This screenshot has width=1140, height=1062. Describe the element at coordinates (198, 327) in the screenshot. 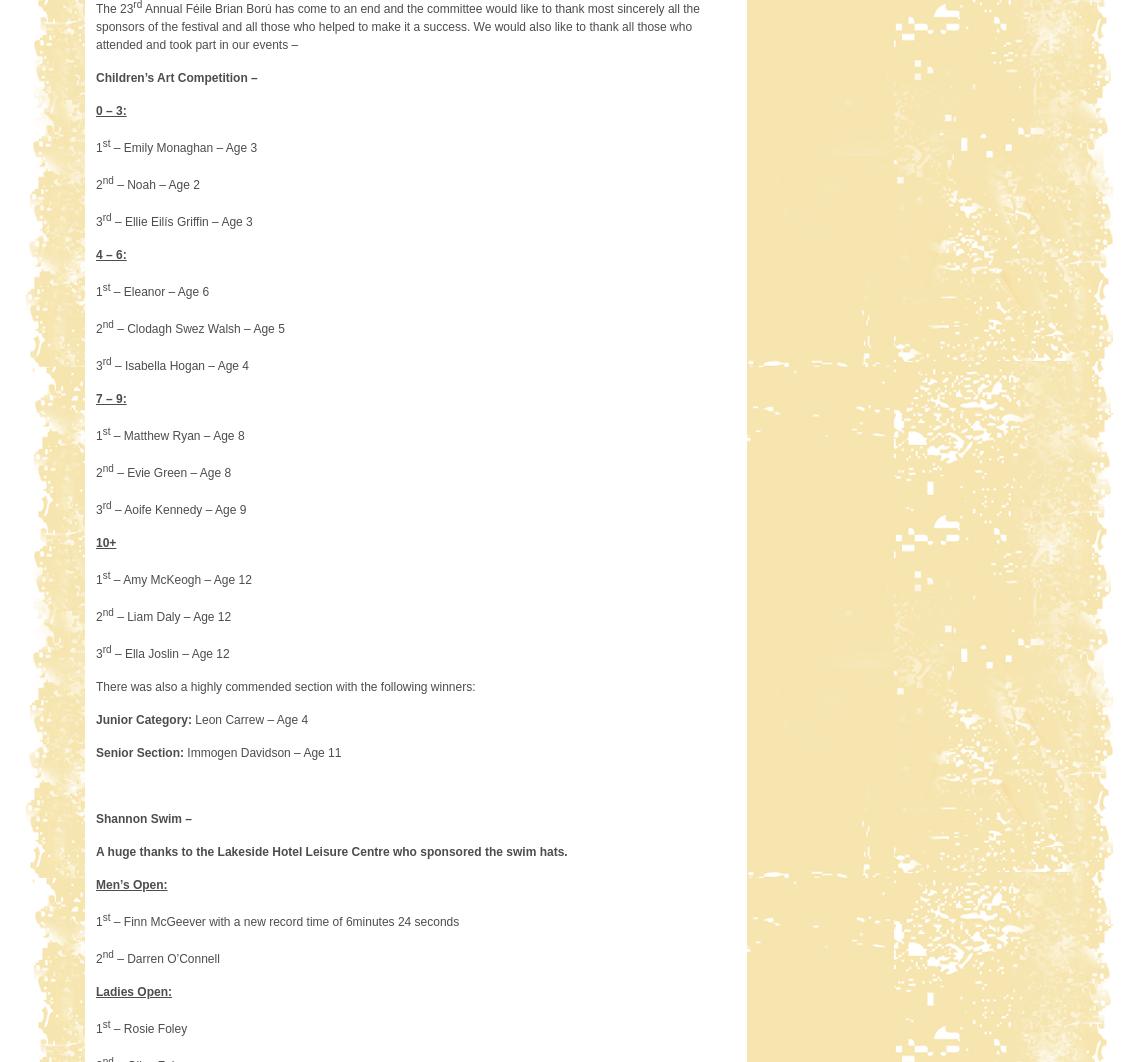

I see `'– Clodagh Swez Walsh – Age 5'` at that location.